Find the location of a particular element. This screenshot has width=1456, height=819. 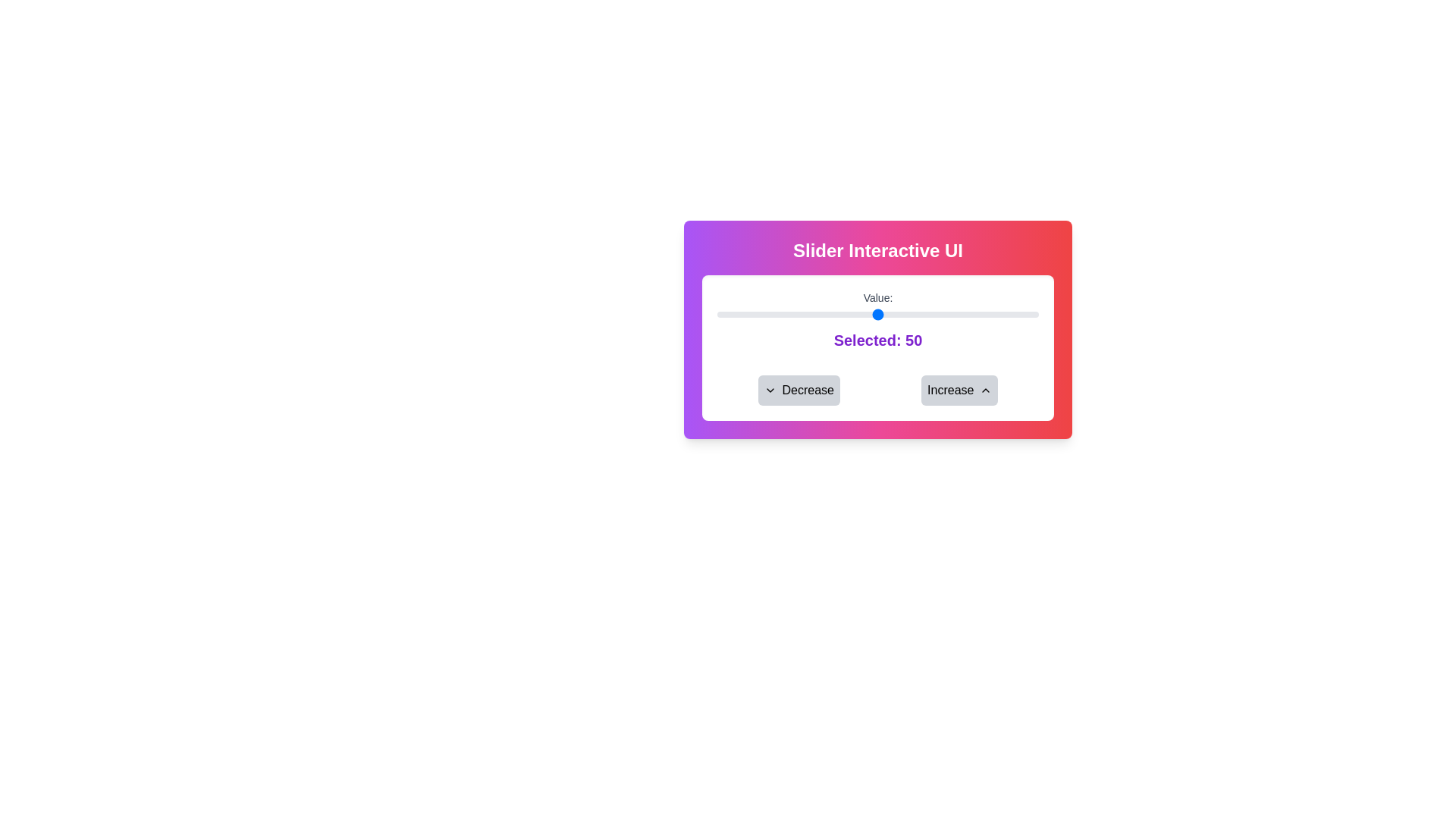

the slider is located at coordinates (907, 314).